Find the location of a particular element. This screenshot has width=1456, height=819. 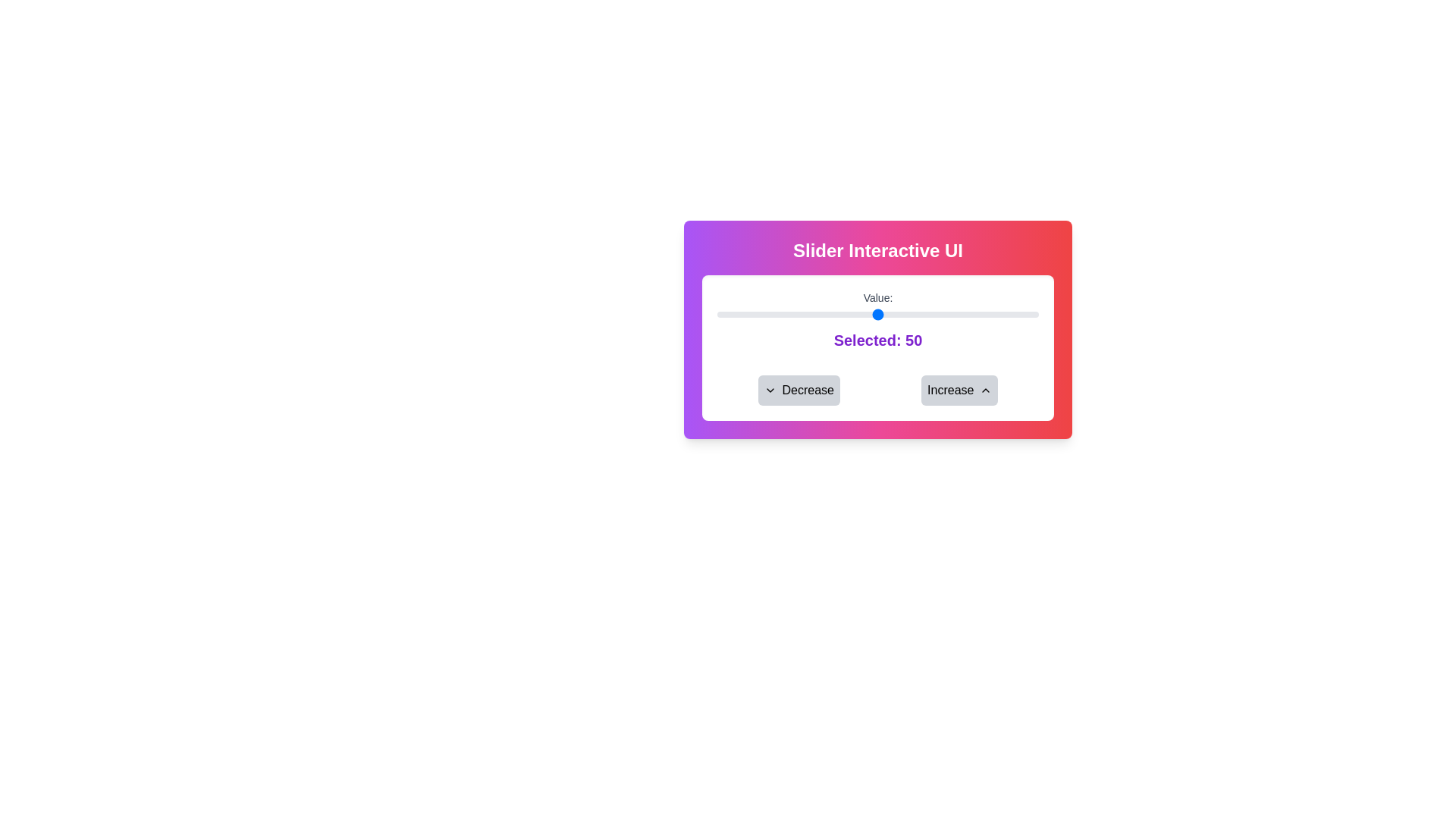

the slider is located at coordinates (907, 314).